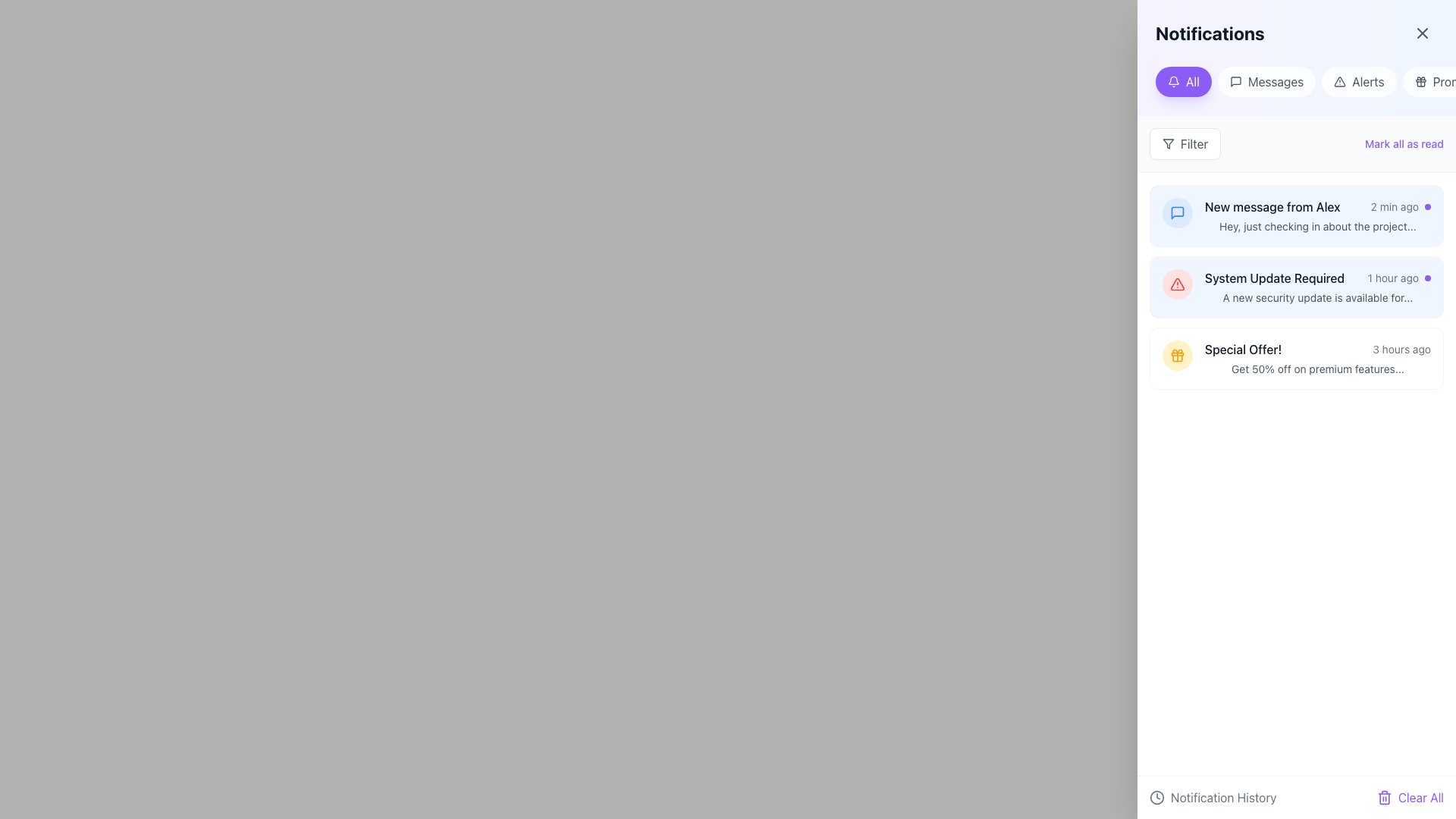 Image resolution: width=1456 pixels, height=819 pixels. I want to click on the speech bubble icon representing messages, located to the left of the 'Messages' text in the upper section of the interface, so click(1235, 82).